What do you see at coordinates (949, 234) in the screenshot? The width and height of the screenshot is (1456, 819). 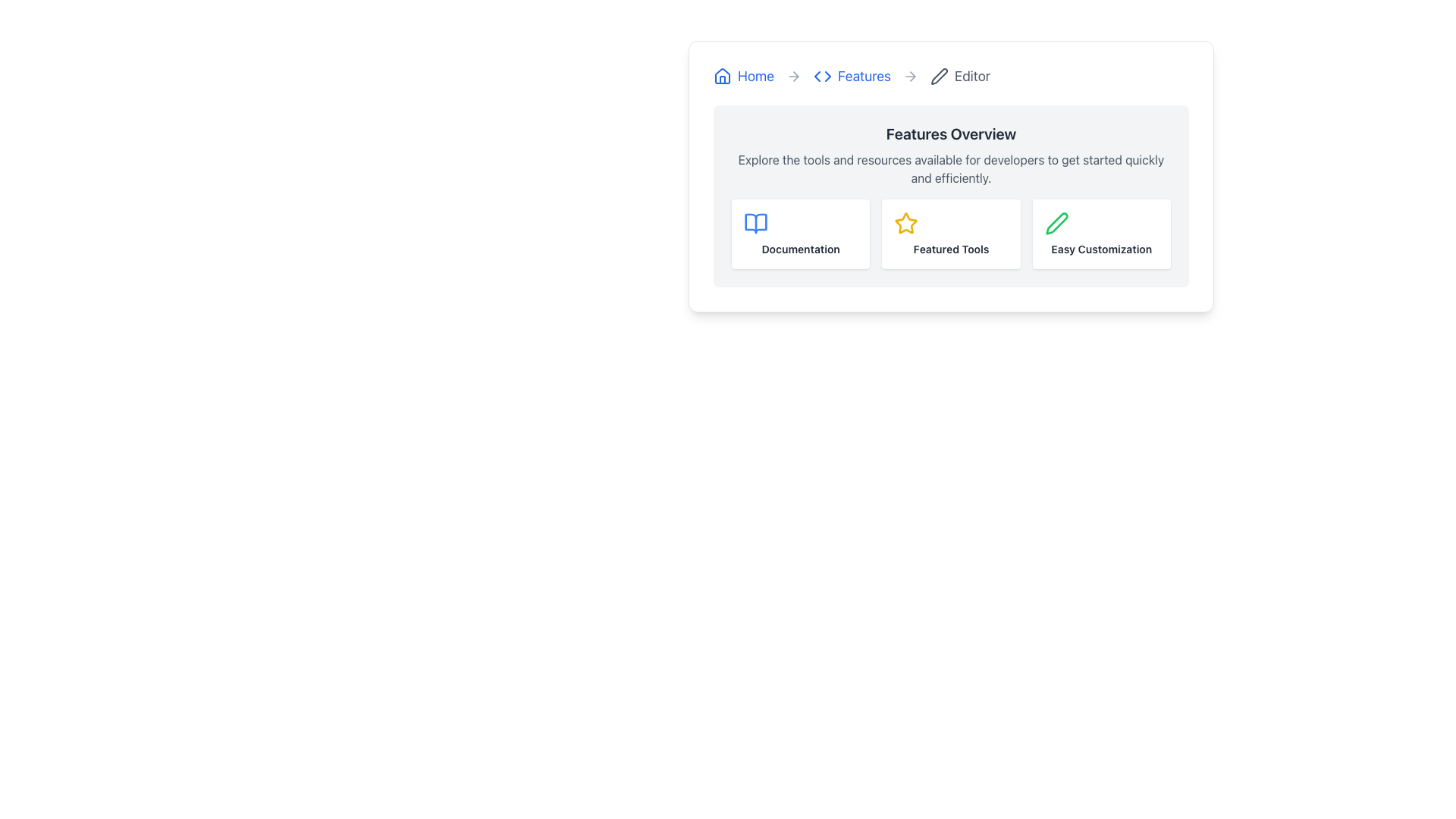 I see `the Clickable Card in the Features Overview section` at bounding box center [949, 234].